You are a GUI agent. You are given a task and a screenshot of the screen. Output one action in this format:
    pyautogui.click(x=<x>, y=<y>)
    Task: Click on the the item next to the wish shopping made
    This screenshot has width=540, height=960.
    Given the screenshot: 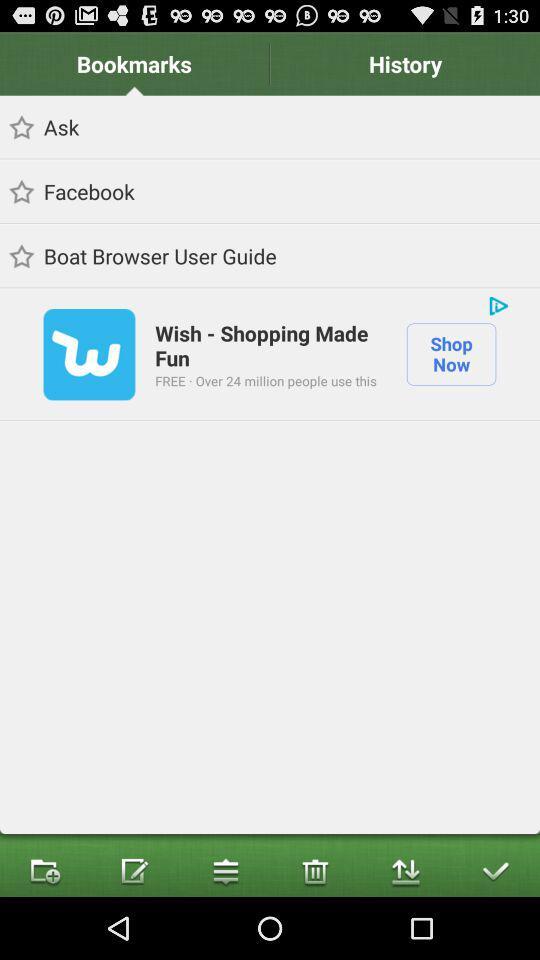 What is the action you would take?
    pyautogui.click(x=497, y=305)
    